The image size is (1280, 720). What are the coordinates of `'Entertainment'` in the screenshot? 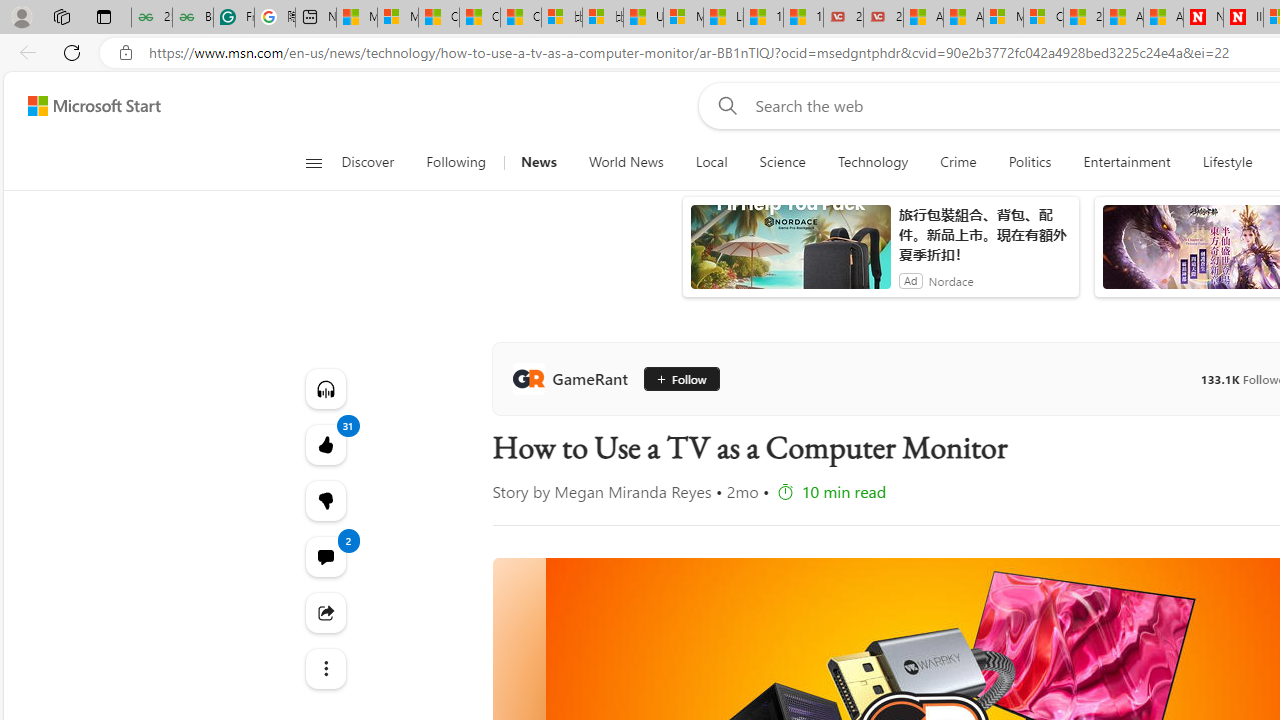 It's located at (1127, 162).